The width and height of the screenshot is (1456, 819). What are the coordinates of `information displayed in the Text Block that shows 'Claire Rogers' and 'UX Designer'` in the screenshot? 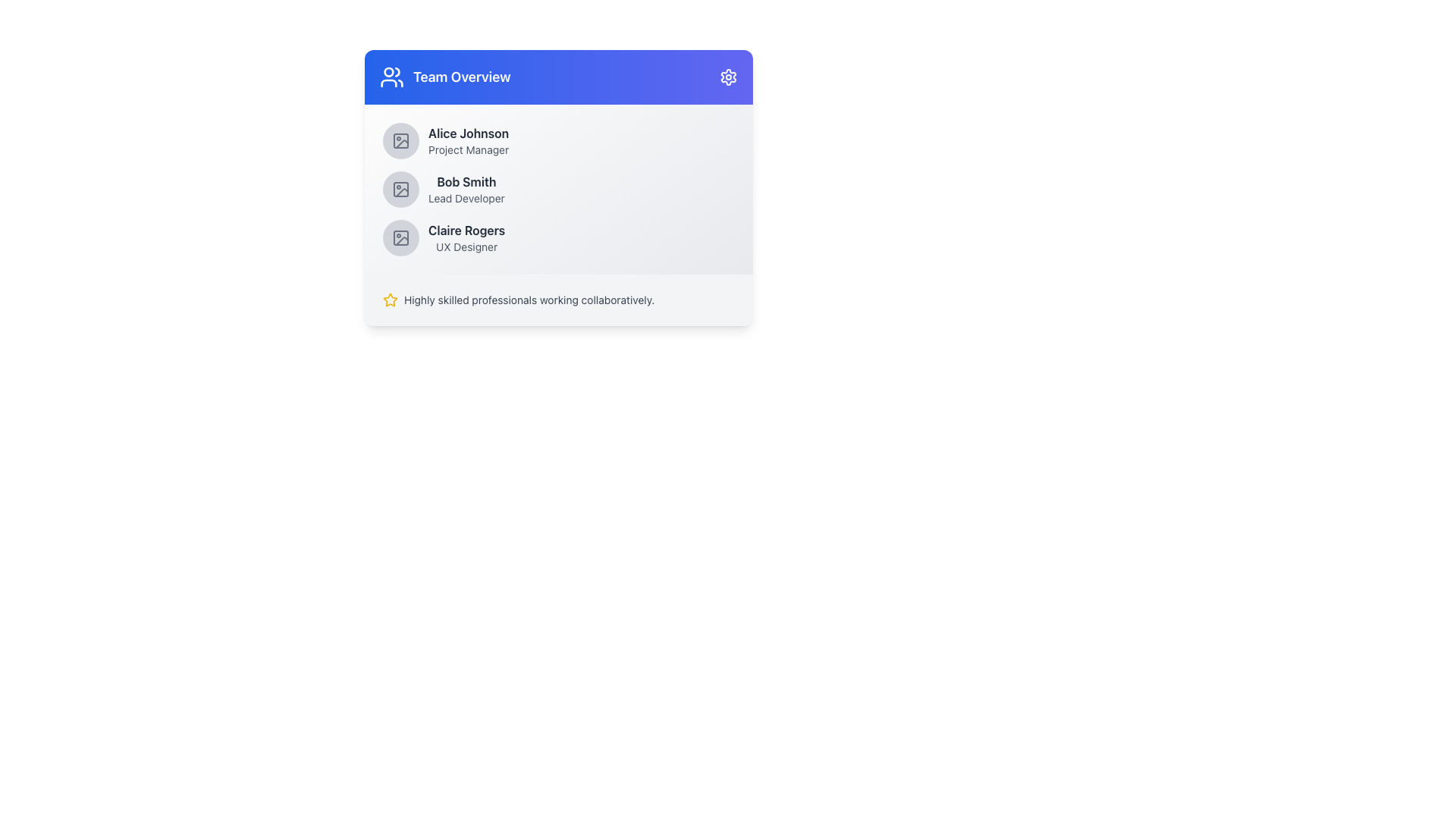 It's located at (466, 237).